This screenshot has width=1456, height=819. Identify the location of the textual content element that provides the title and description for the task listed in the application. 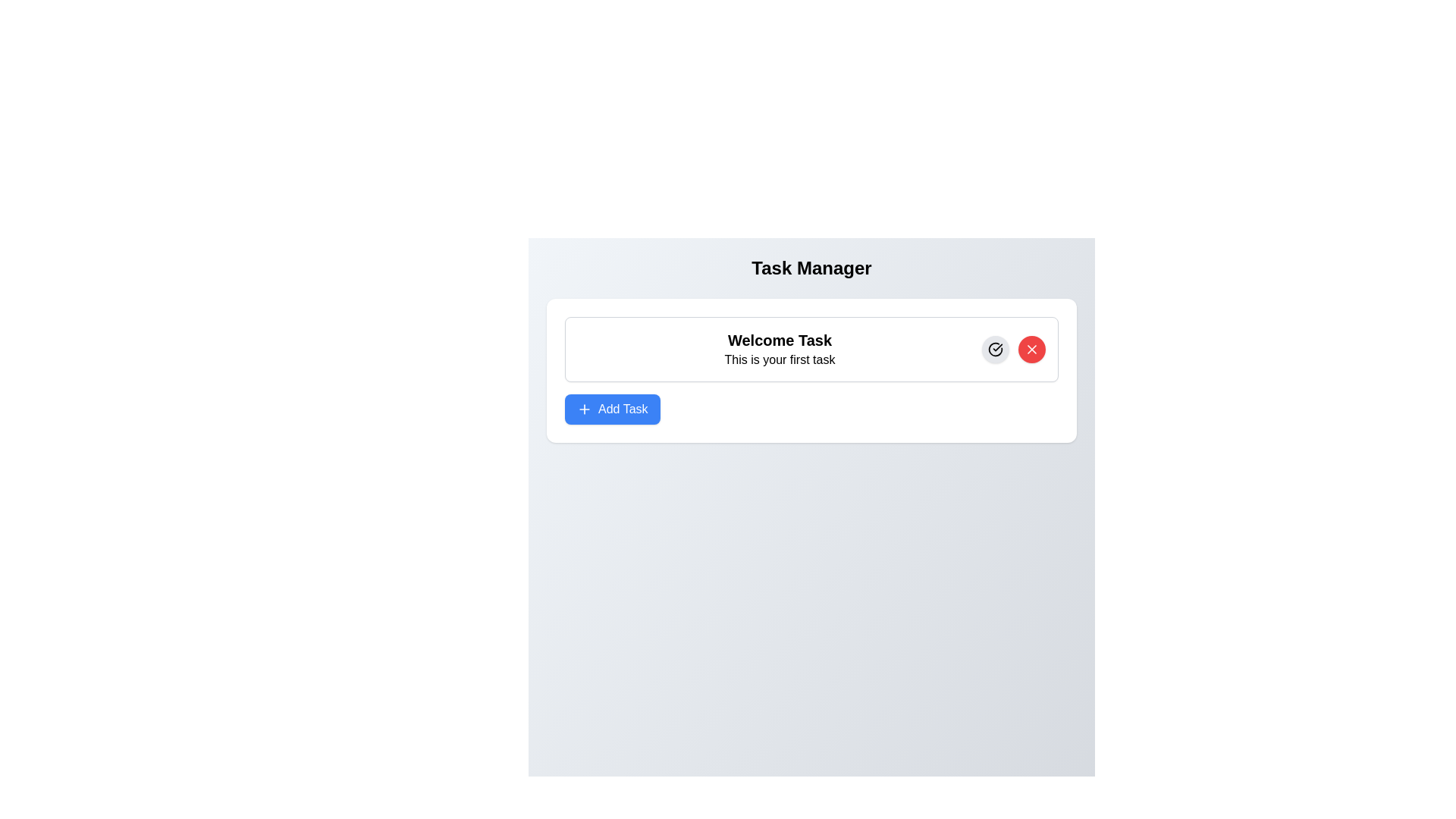
(780, 350).